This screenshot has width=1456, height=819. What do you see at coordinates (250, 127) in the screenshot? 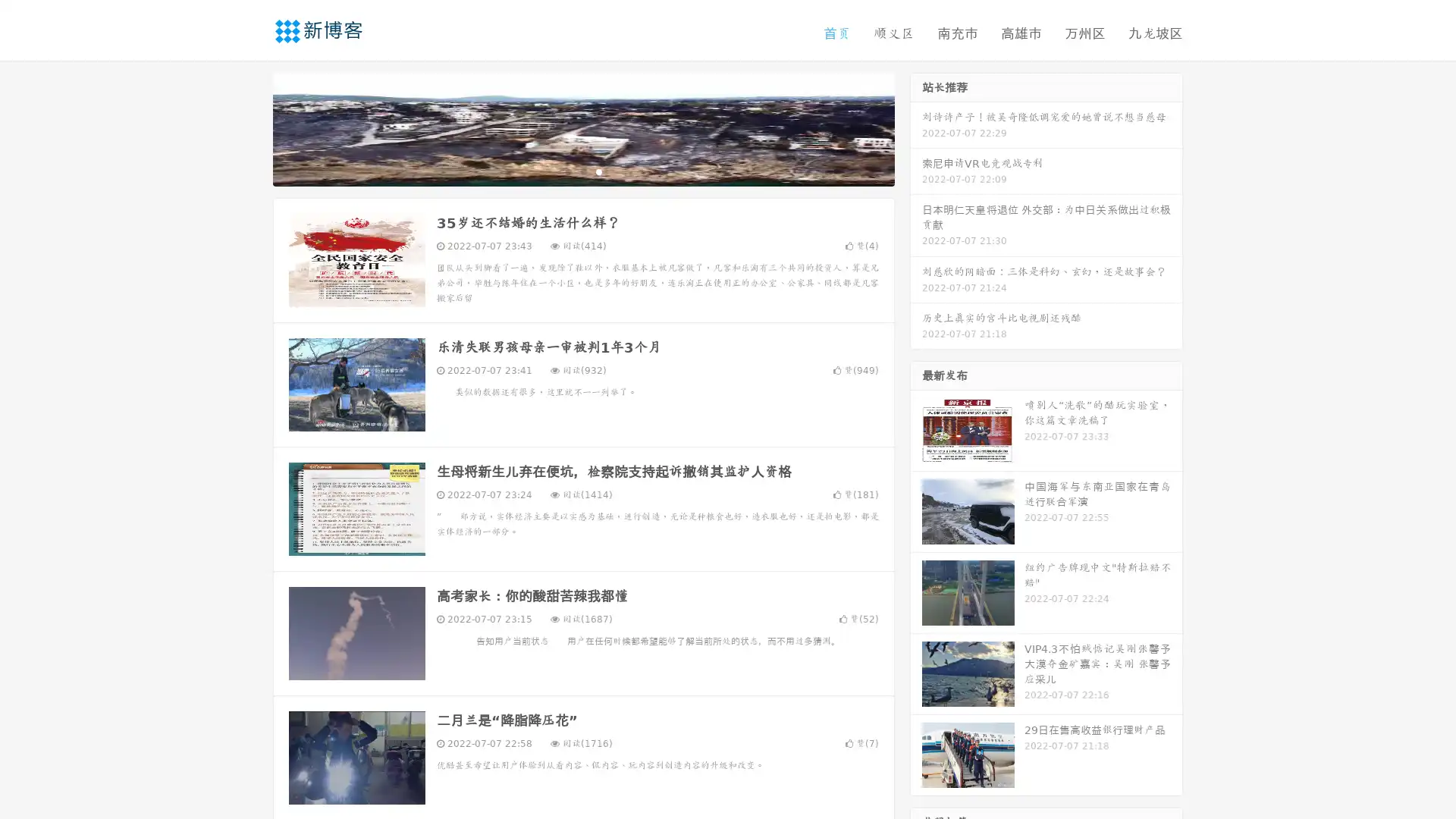
I see `Previous slide` at bounding box center [250, 127].